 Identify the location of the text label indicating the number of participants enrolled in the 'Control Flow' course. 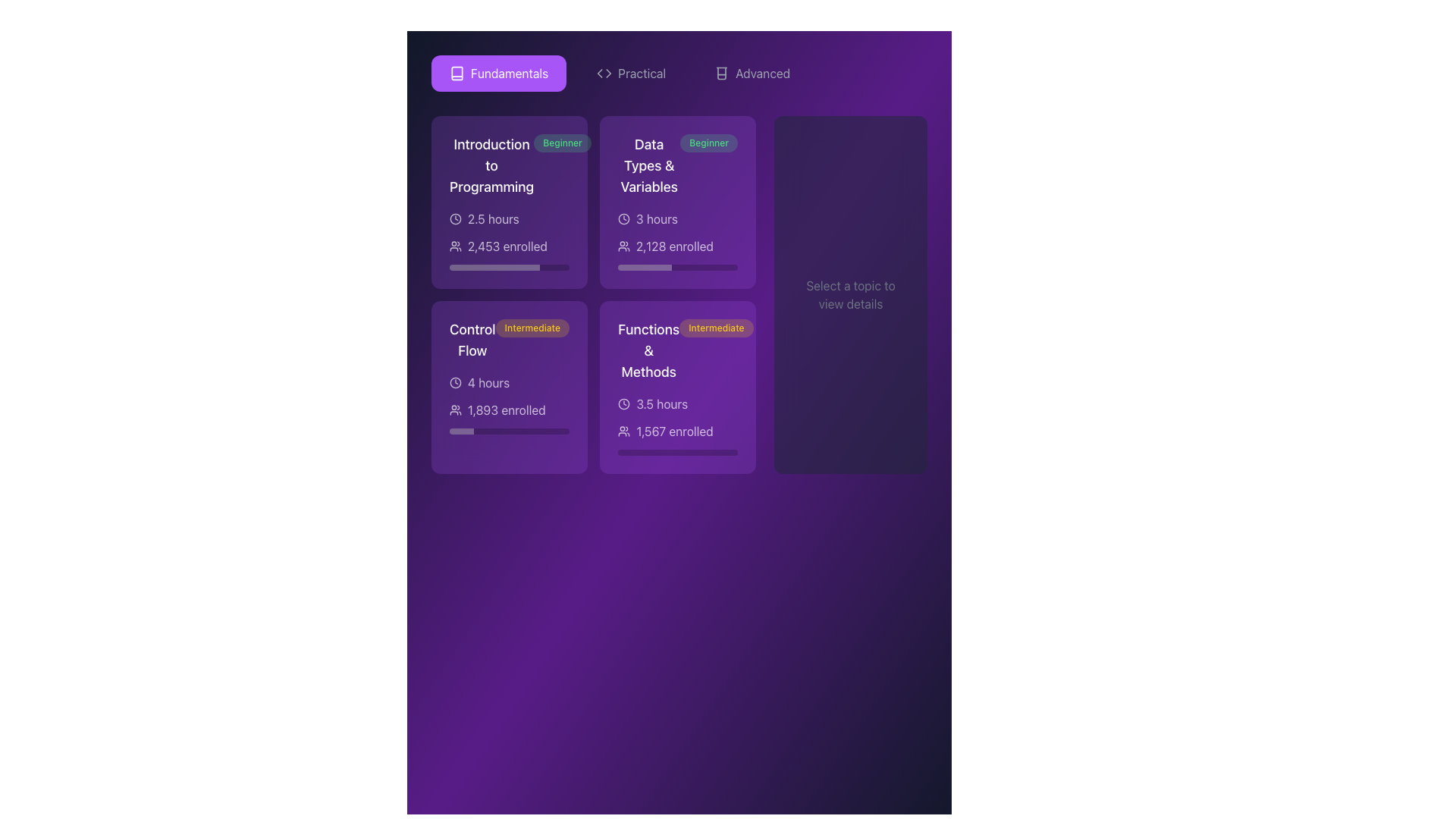
(507, 409).